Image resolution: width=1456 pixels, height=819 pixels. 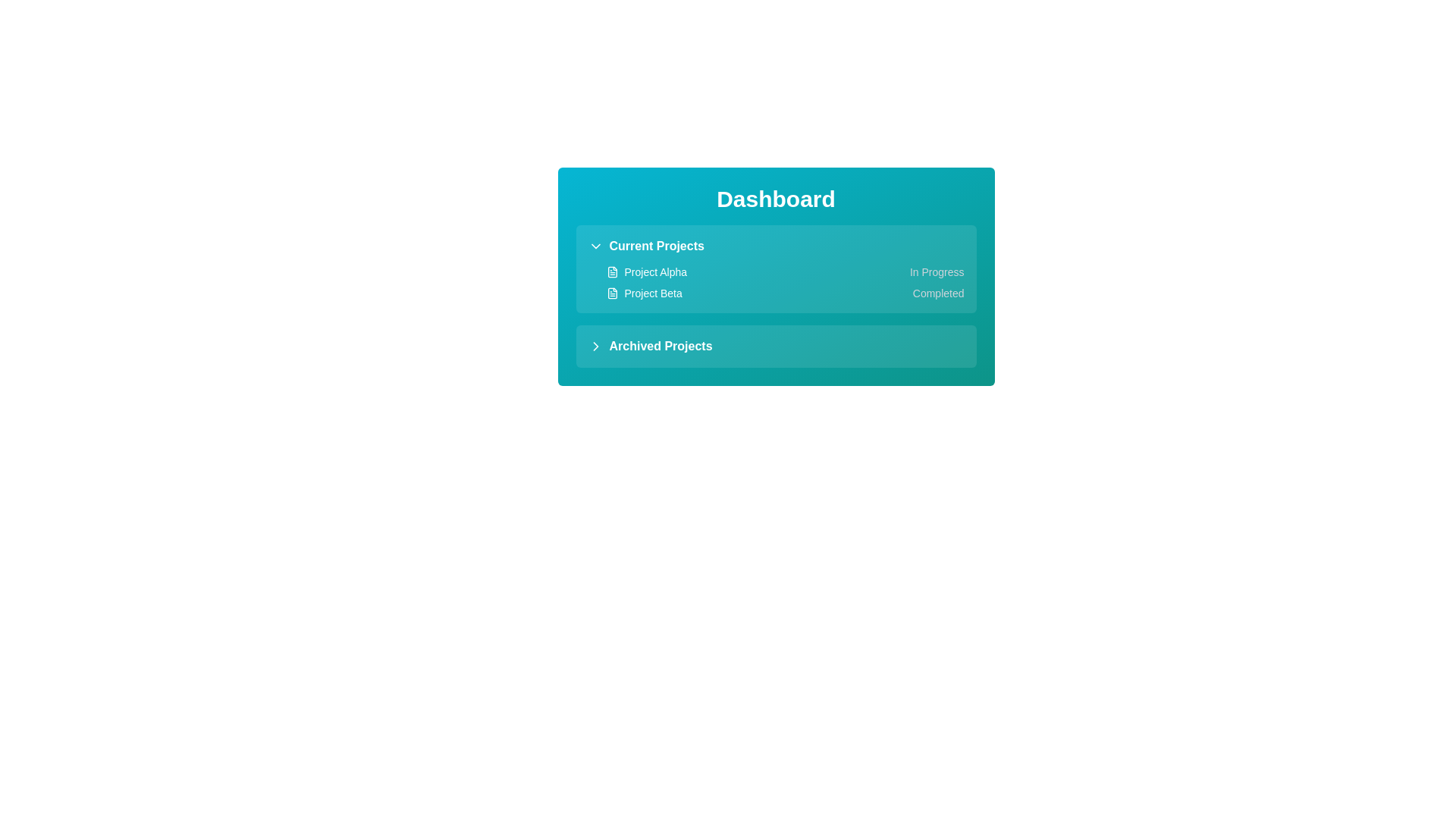 What do you see at coordinates (612, 271) in the screenshot?
I see `the file document icon located in the 'Current Projects' section, next to the 'Project Alpha' label, which is the top icon in the vertical grouping of file-related icons` at bounding box center [612, 271].